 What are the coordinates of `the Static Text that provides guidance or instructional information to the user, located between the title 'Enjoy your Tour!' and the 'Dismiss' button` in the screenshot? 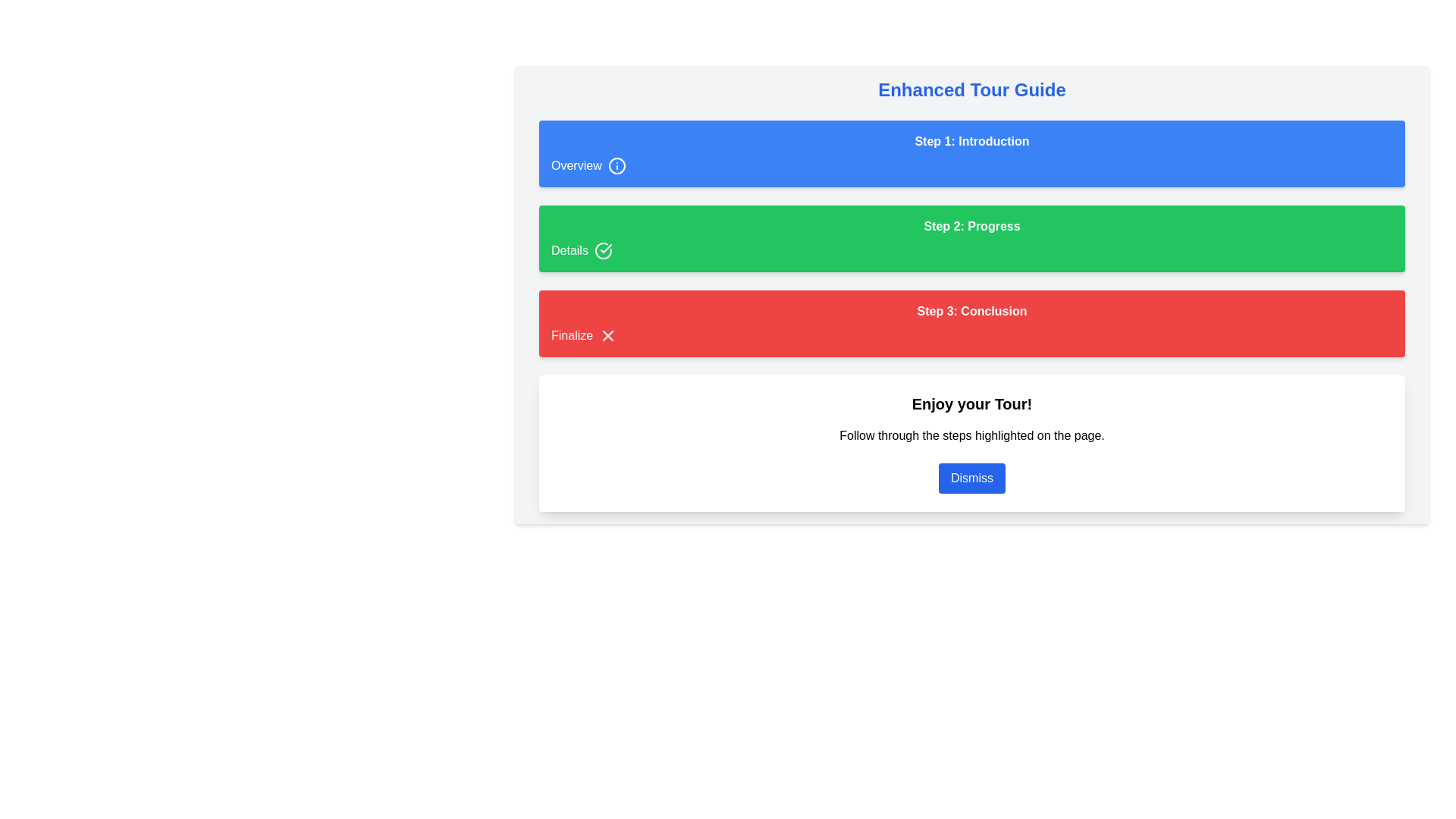 It's located at (971, 435).